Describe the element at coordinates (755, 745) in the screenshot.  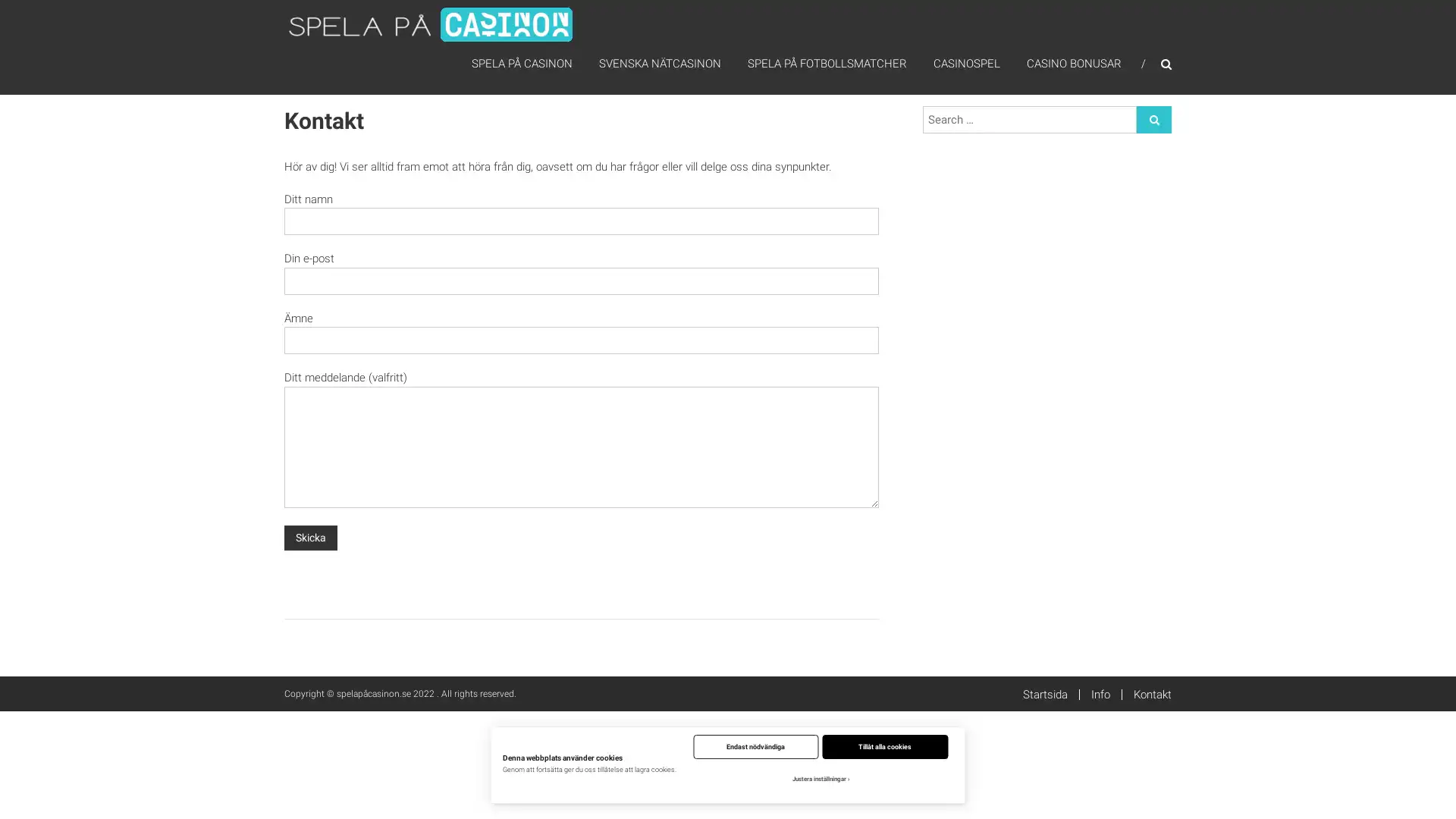
I see `Endast nodvandiga` at that location.